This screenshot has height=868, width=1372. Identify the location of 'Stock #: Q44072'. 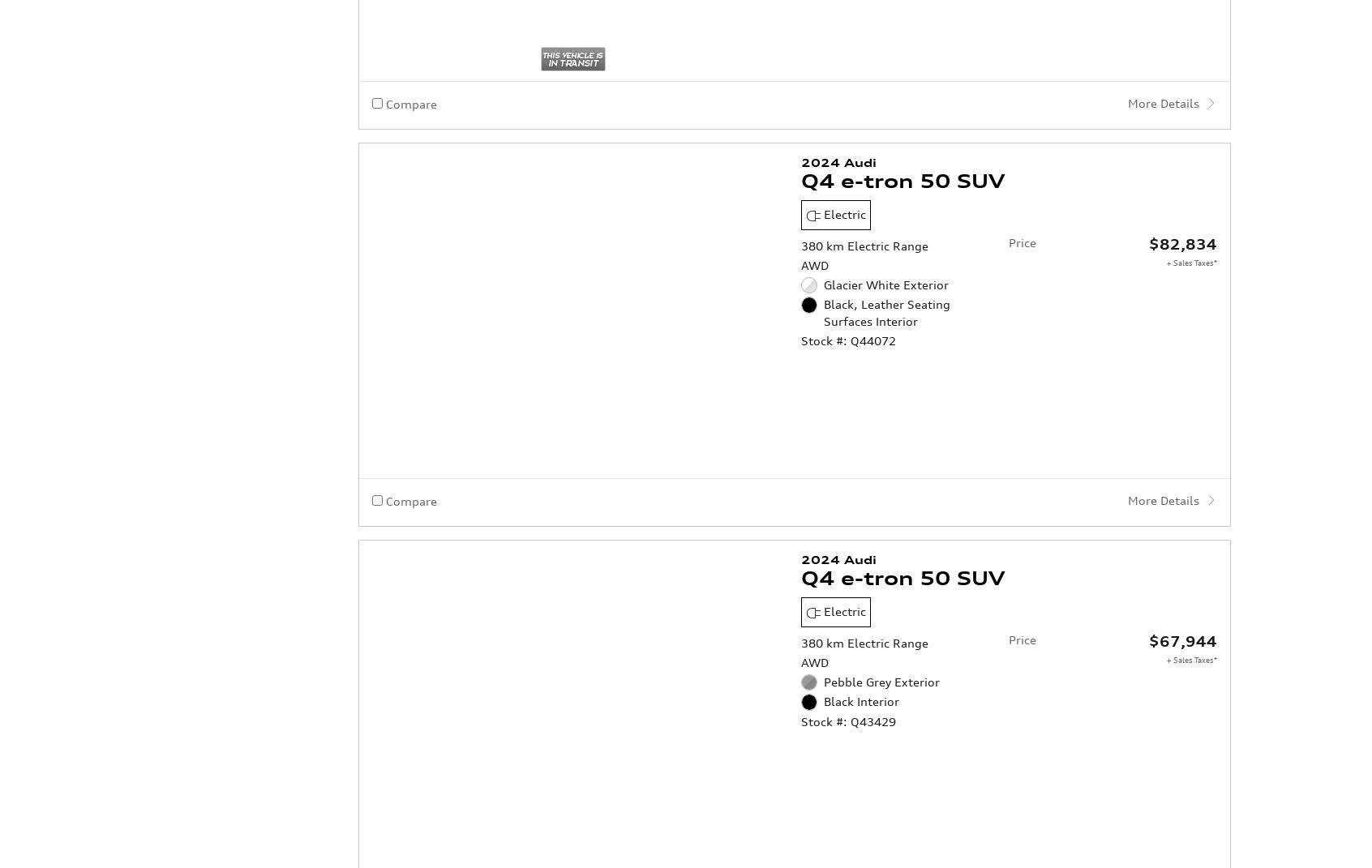
(847, 210).